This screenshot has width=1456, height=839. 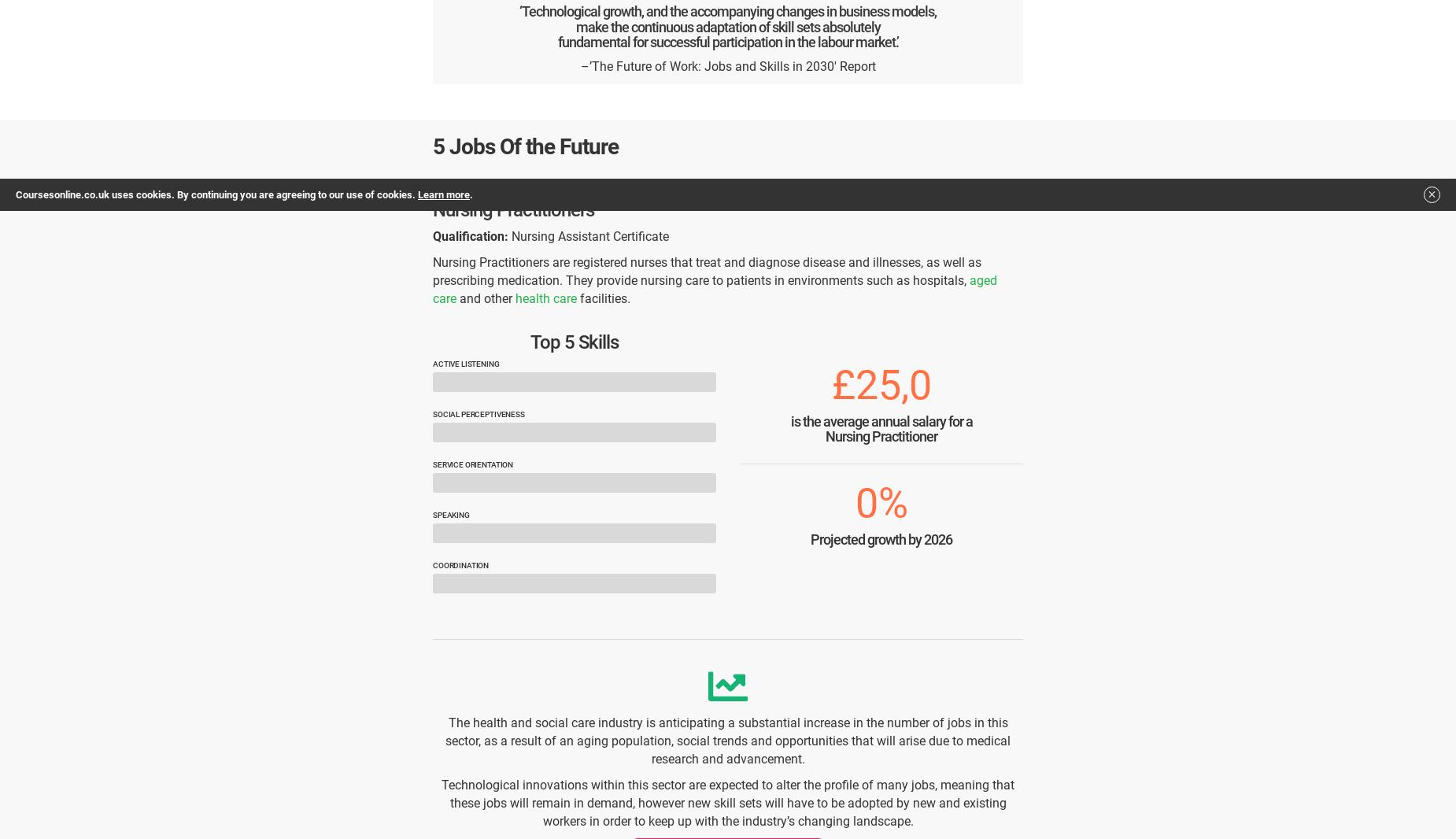 I want to click on 'Learn more', so click(x=444, y=193).